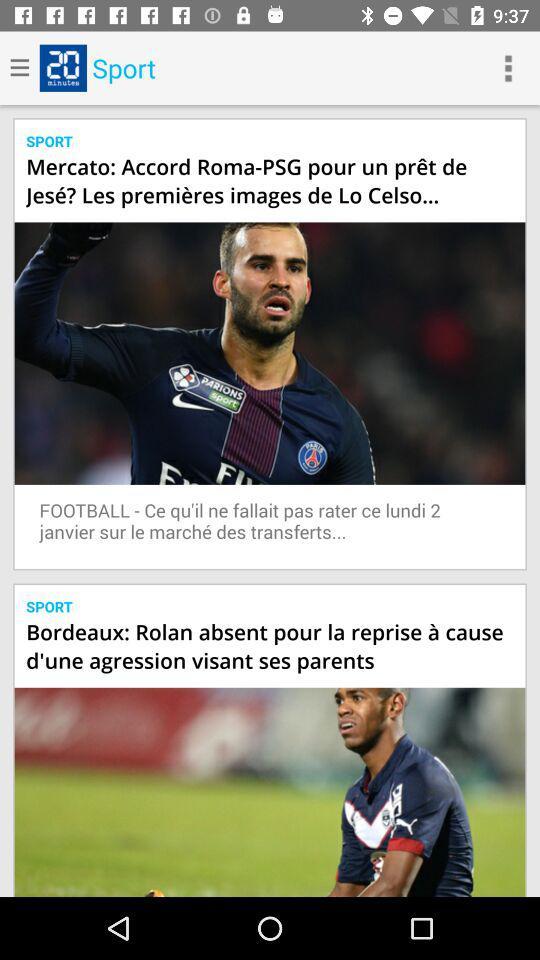 The image size is (540, 960). I want to click on the customized options icon, so click(508, 68).